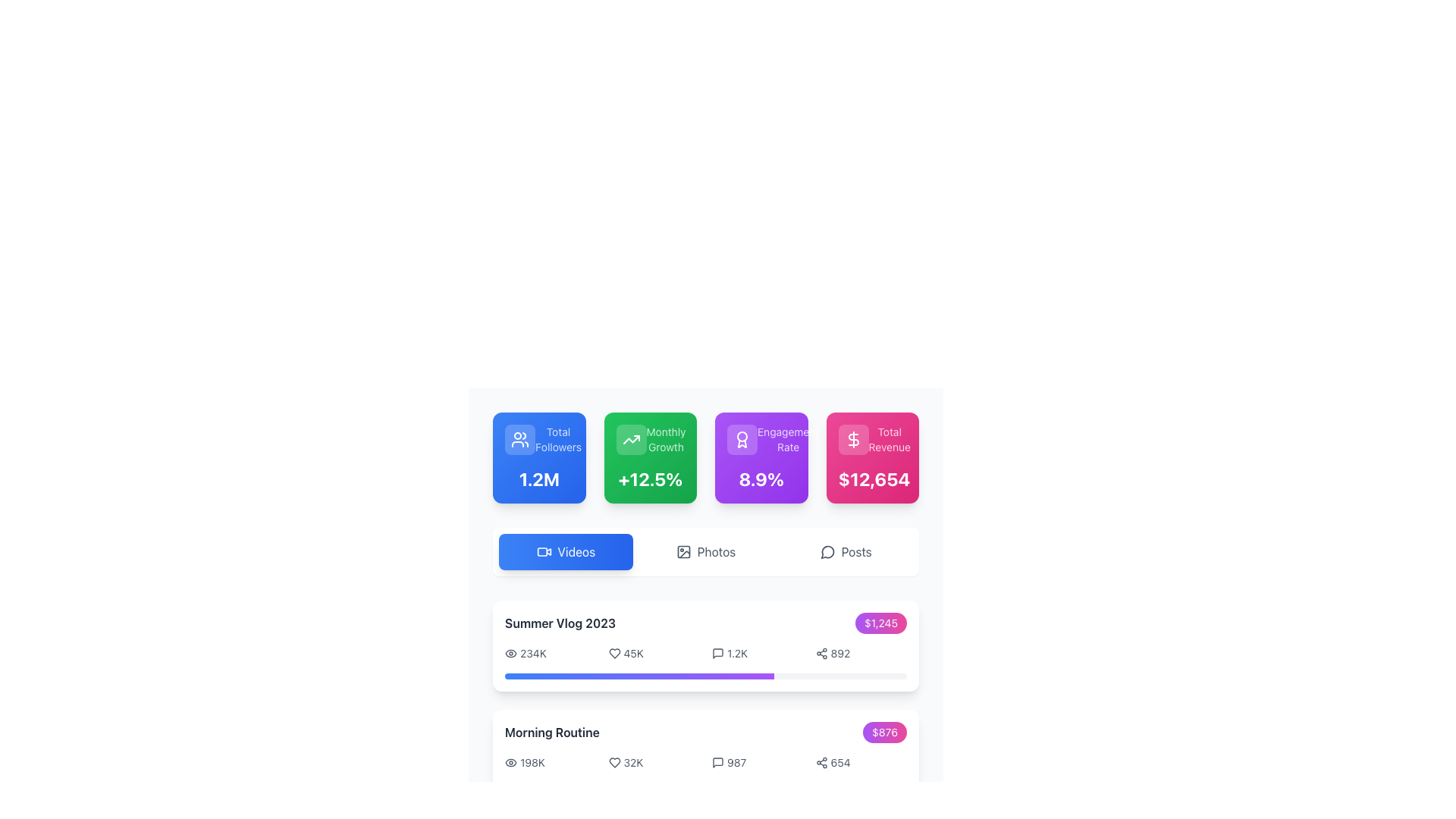 This screenshot has height=819, width=1456. Describe the element at coordinates (633, 652) in the screenshot. I see `the numerical count display for interactions associated with the 'Summer Vlog 2023' entry, which is located between a heart icon and a comments text` at that location.